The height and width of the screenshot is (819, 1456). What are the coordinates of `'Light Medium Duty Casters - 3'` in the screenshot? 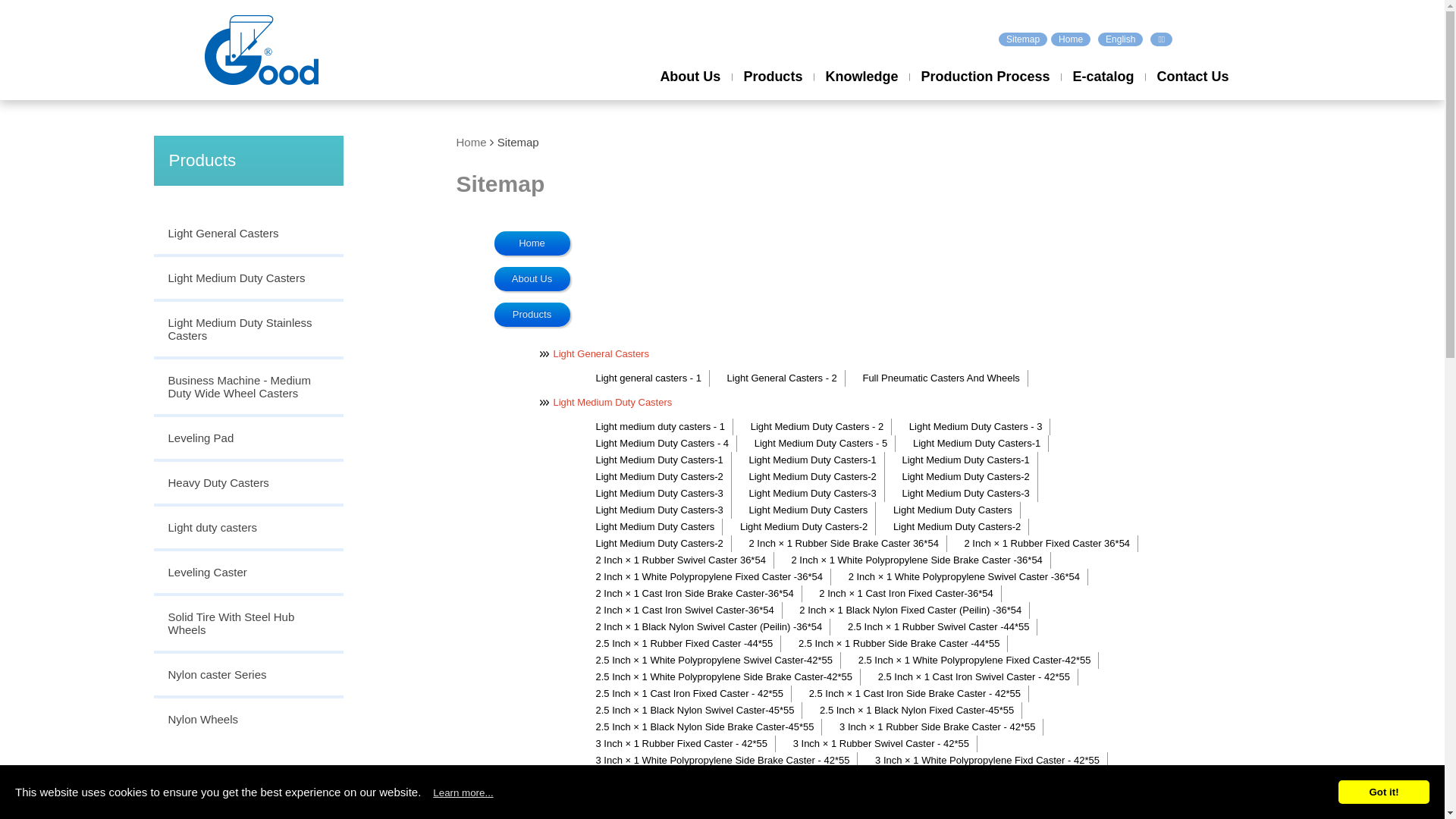 It's located at (899, 427).